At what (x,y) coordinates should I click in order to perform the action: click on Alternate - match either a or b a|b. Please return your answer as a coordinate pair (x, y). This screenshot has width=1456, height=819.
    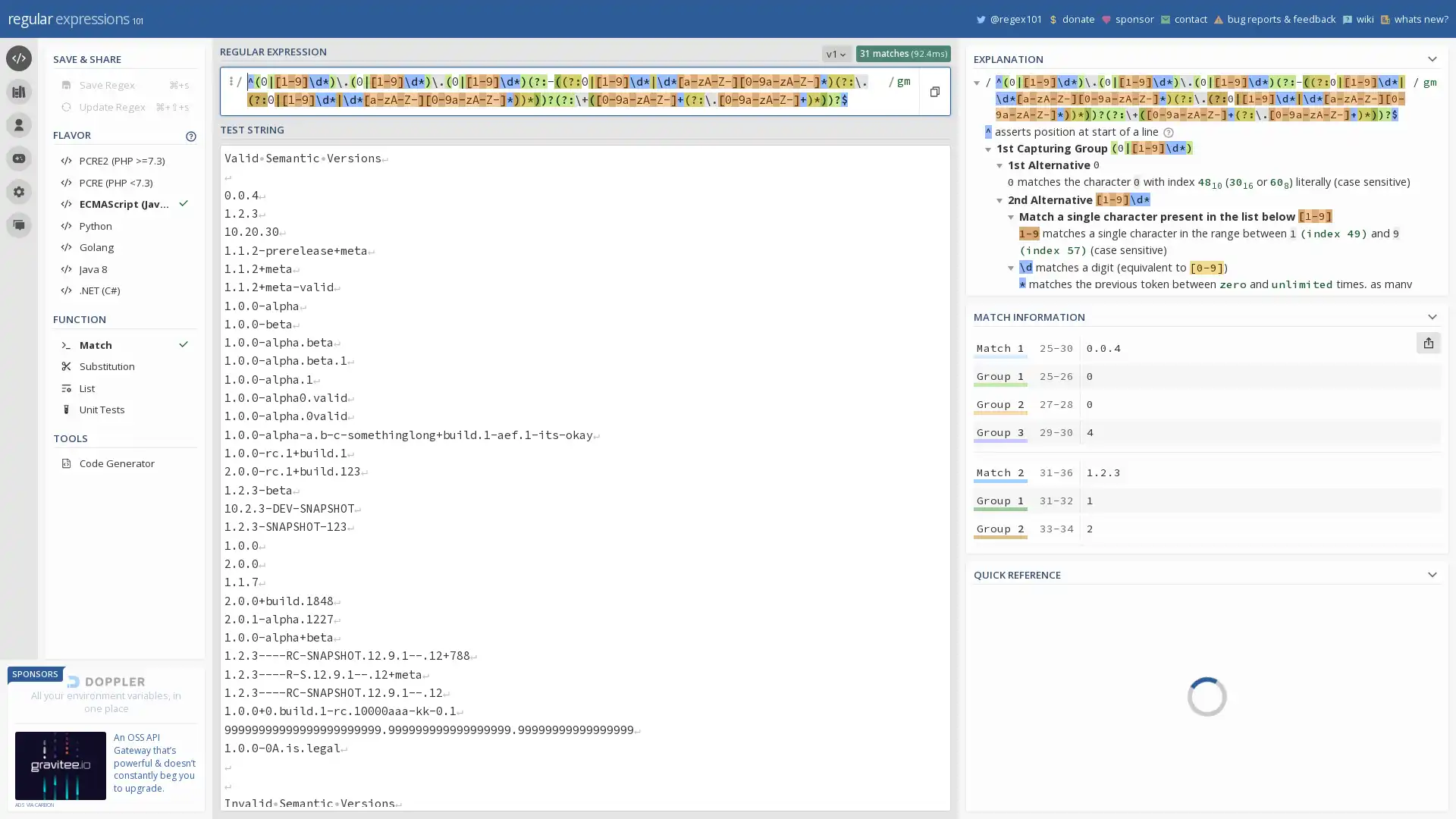
    Looking at the image, I should click on (1282, 730).